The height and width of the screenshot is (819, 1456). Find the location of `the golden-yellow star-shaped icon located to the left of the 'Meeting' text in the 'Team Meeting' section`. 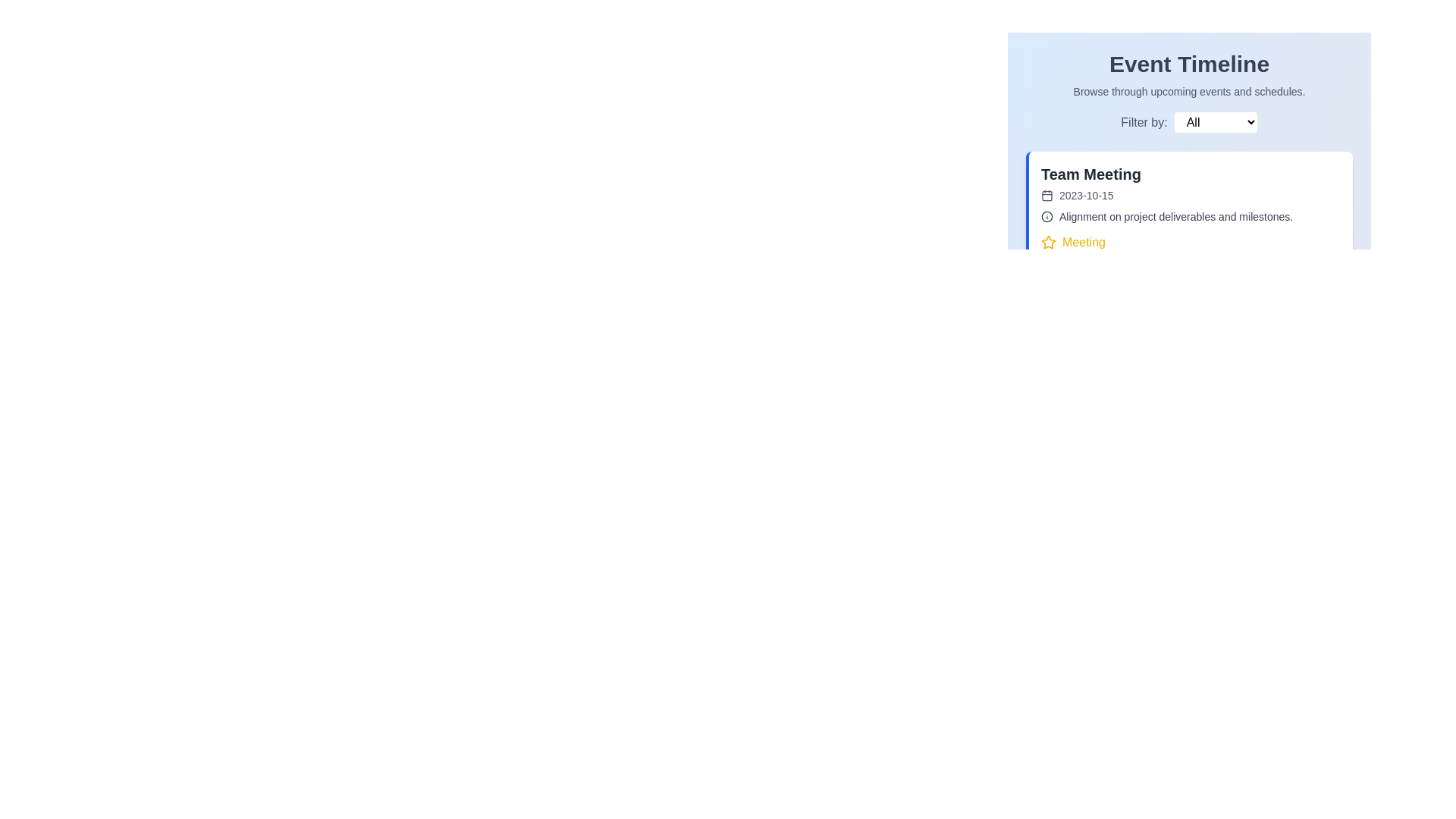

the golden-yellow star-shaped icon located to the left of the 'Meeting' text in the 'Team Meeting' section is located at coordinates (1047, 242).